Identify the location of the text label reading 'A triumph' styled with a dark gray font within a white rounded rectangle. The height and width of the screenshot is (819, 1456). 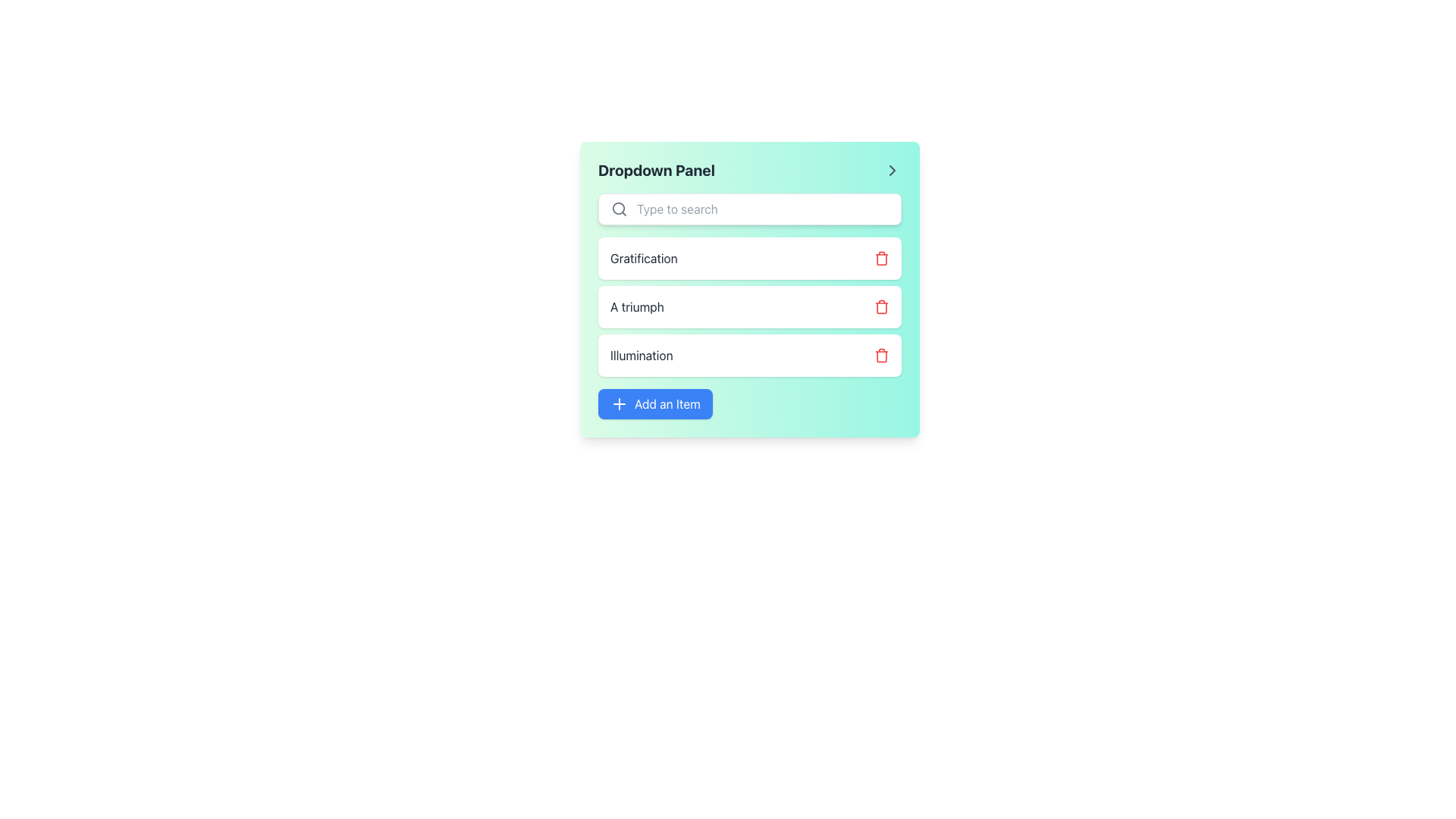
(637, 307).